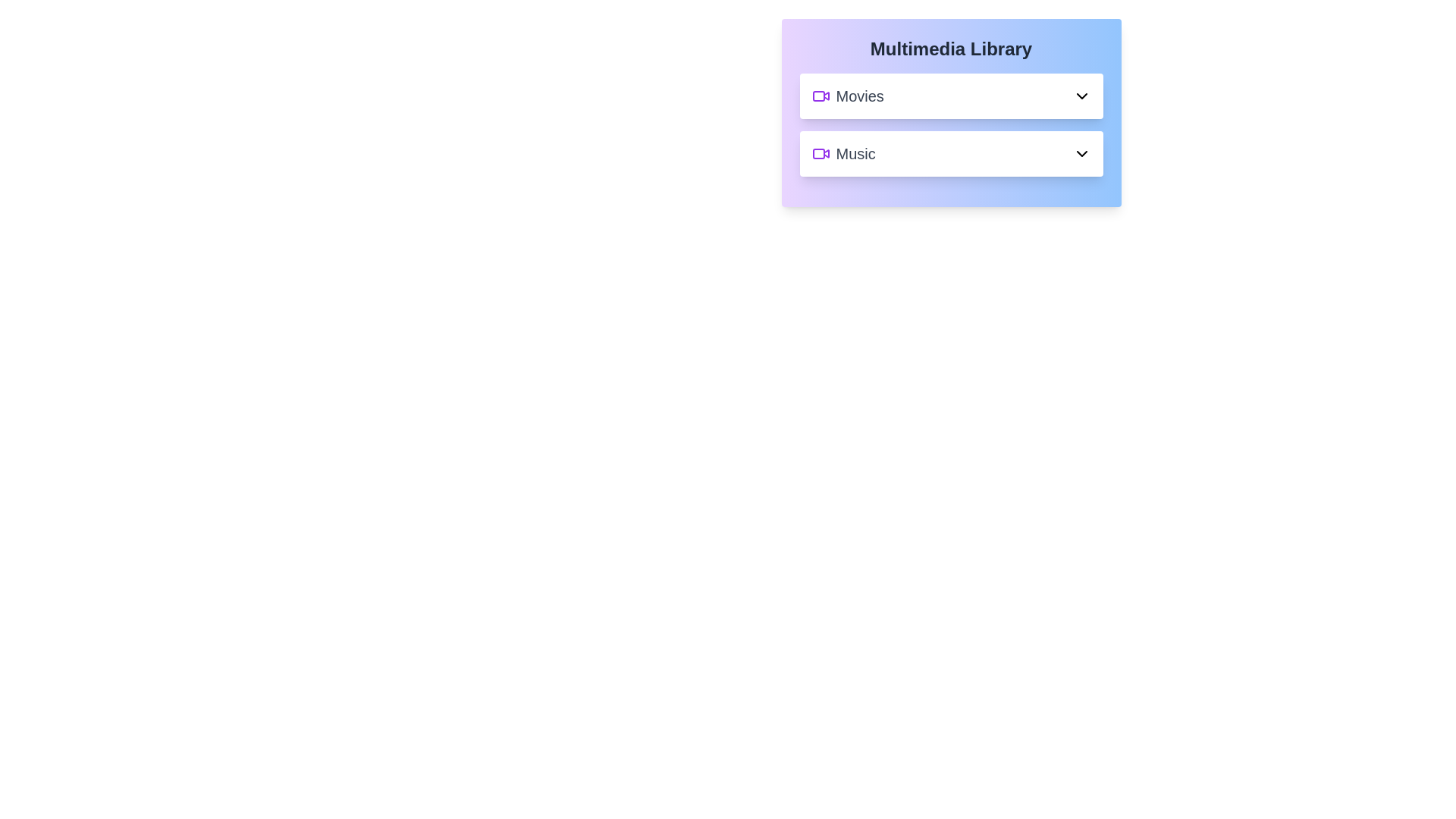 This screenshot has height=819, width=1456. I want to click on the toggle button of the library section Movies to expand or collapse it, so click(950, 96).